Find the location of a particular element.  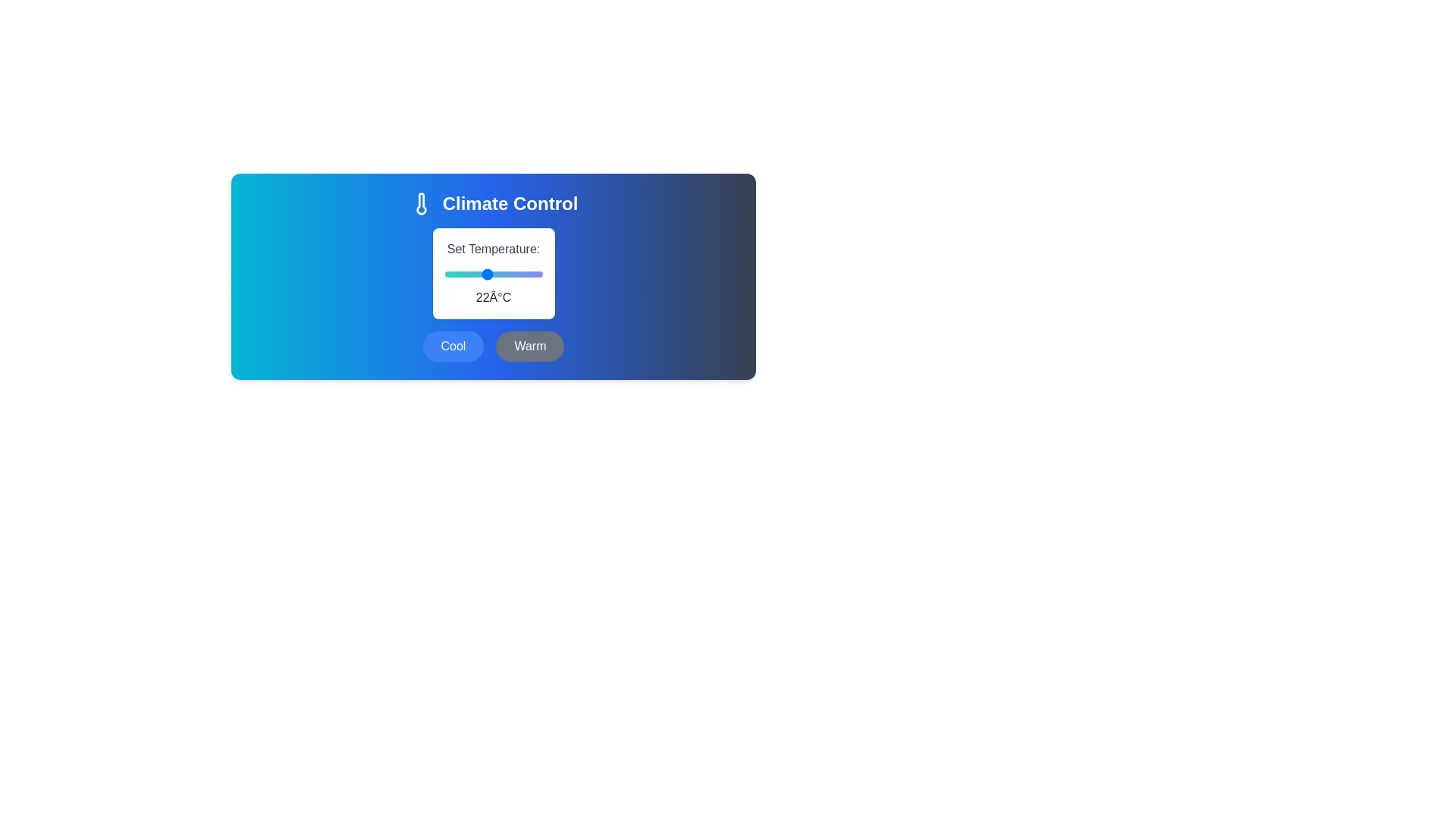

the desired temperature is located at coordinates (529, 275).